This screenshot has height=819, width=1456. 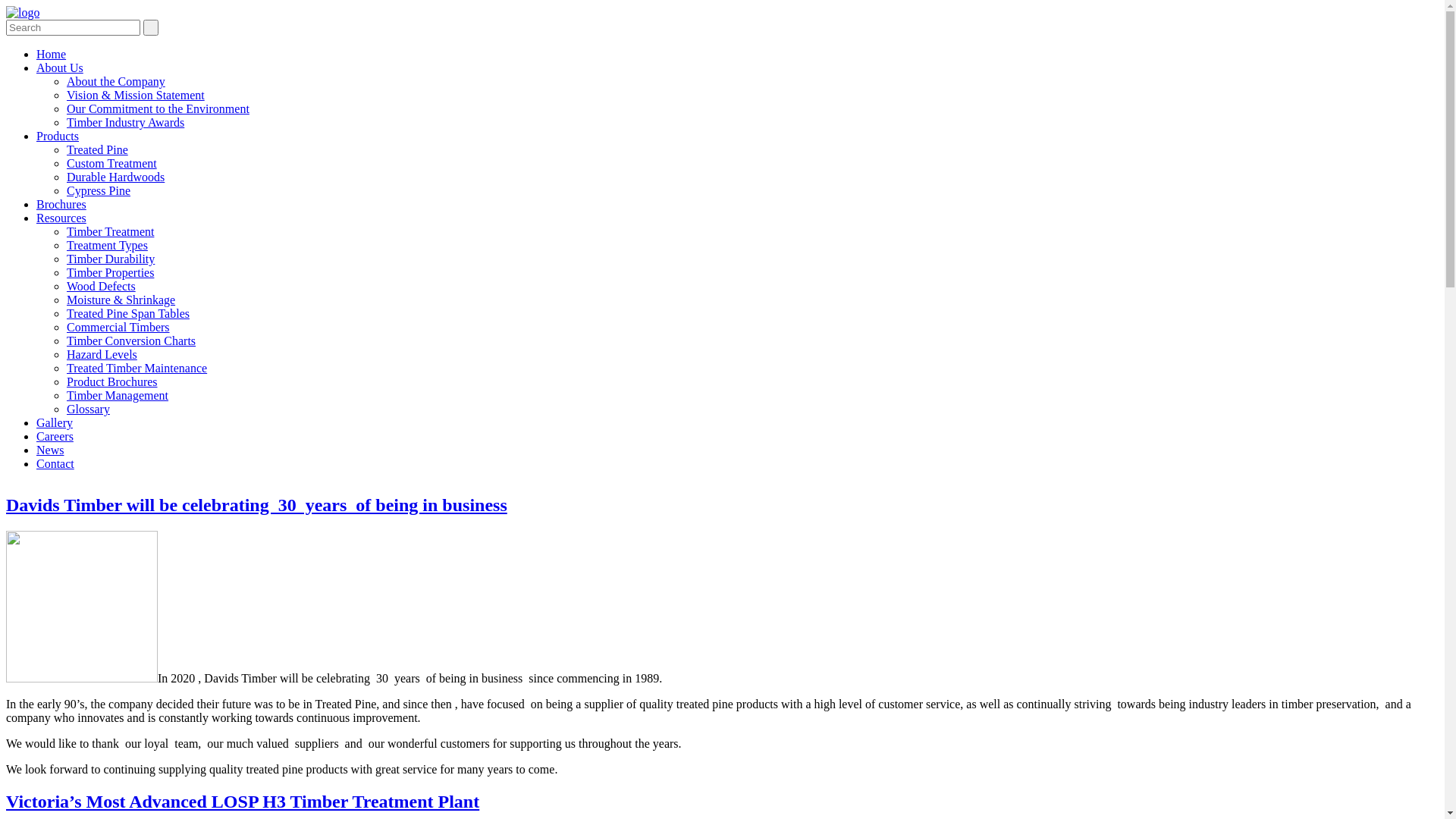 What do you see at coordinates (125, 121) in the screenshot?
I see `'Timber Industry Awards'` at bounding box center [125, 121].